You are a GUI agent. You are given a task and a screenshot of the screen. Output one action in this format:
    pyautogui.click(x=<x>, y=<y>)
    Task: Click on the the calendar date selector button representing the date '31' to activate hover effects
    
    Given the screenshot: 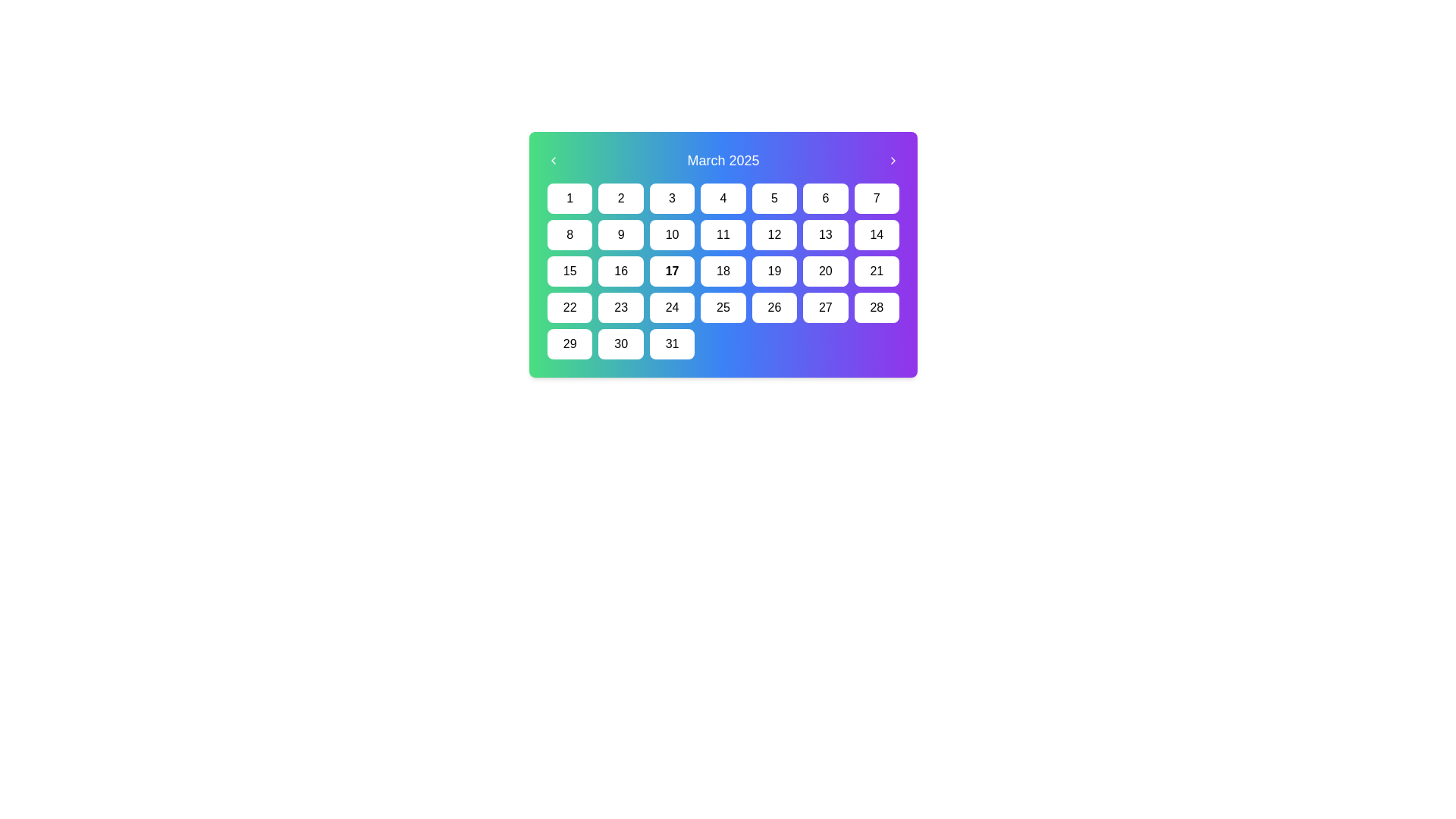 What is the action you would take?
    pyautogui.click(x=671, y=344)
    